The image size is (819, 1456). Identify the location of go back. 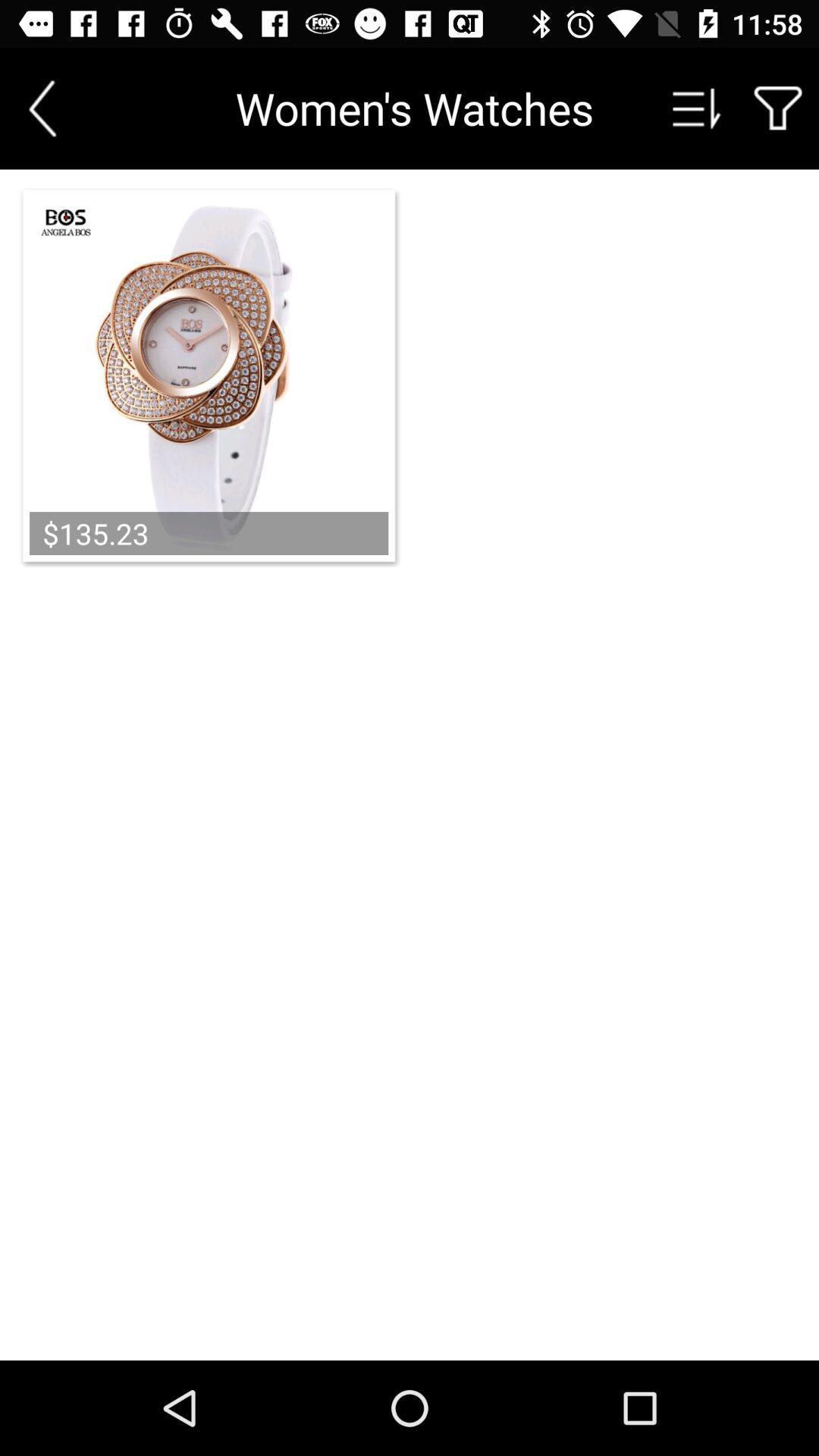
(42, 108).